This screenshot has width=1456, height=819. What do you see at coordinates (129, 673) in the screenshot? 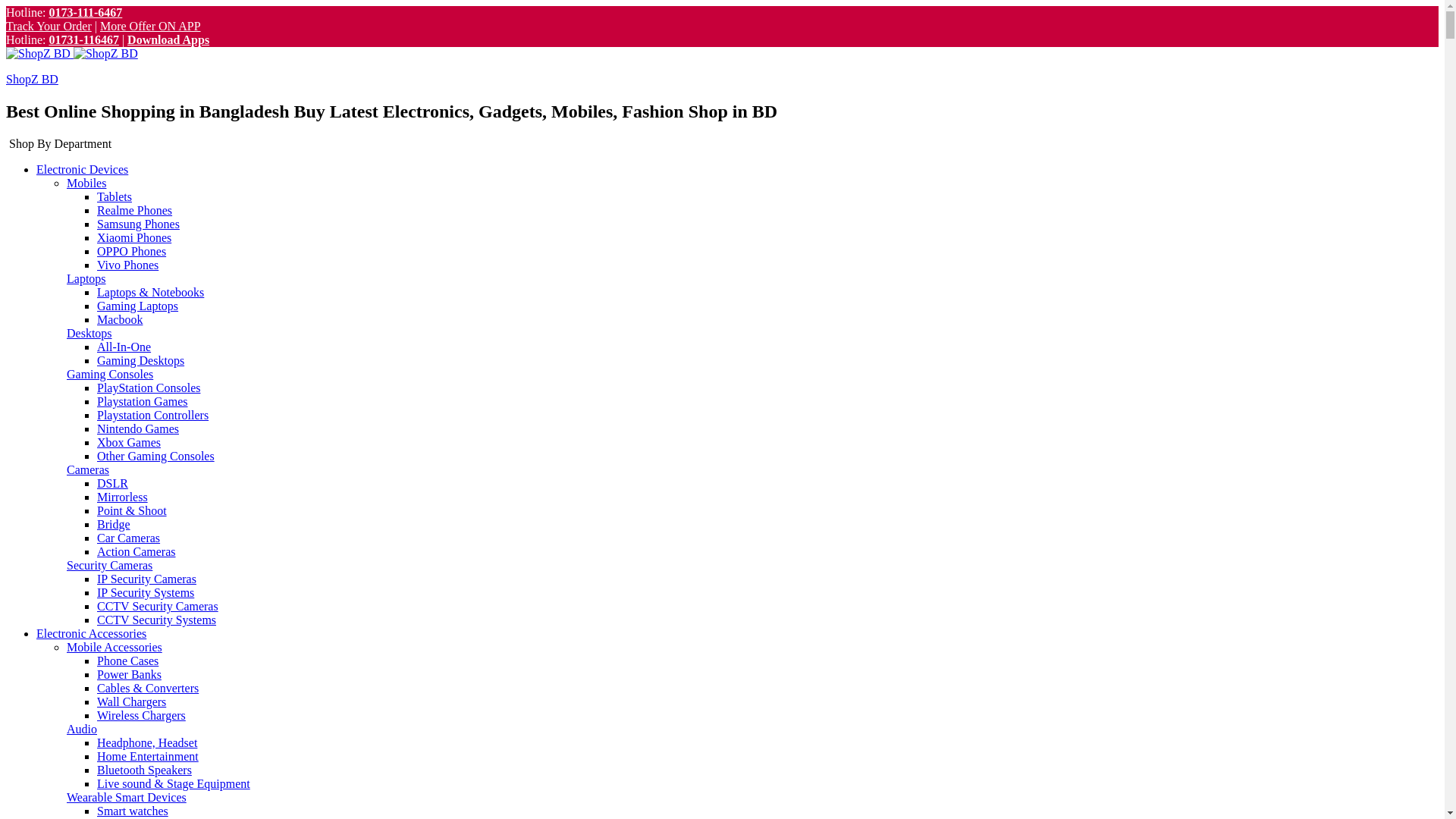
I see `'Power Banks'` at bounding box center [129, 673].